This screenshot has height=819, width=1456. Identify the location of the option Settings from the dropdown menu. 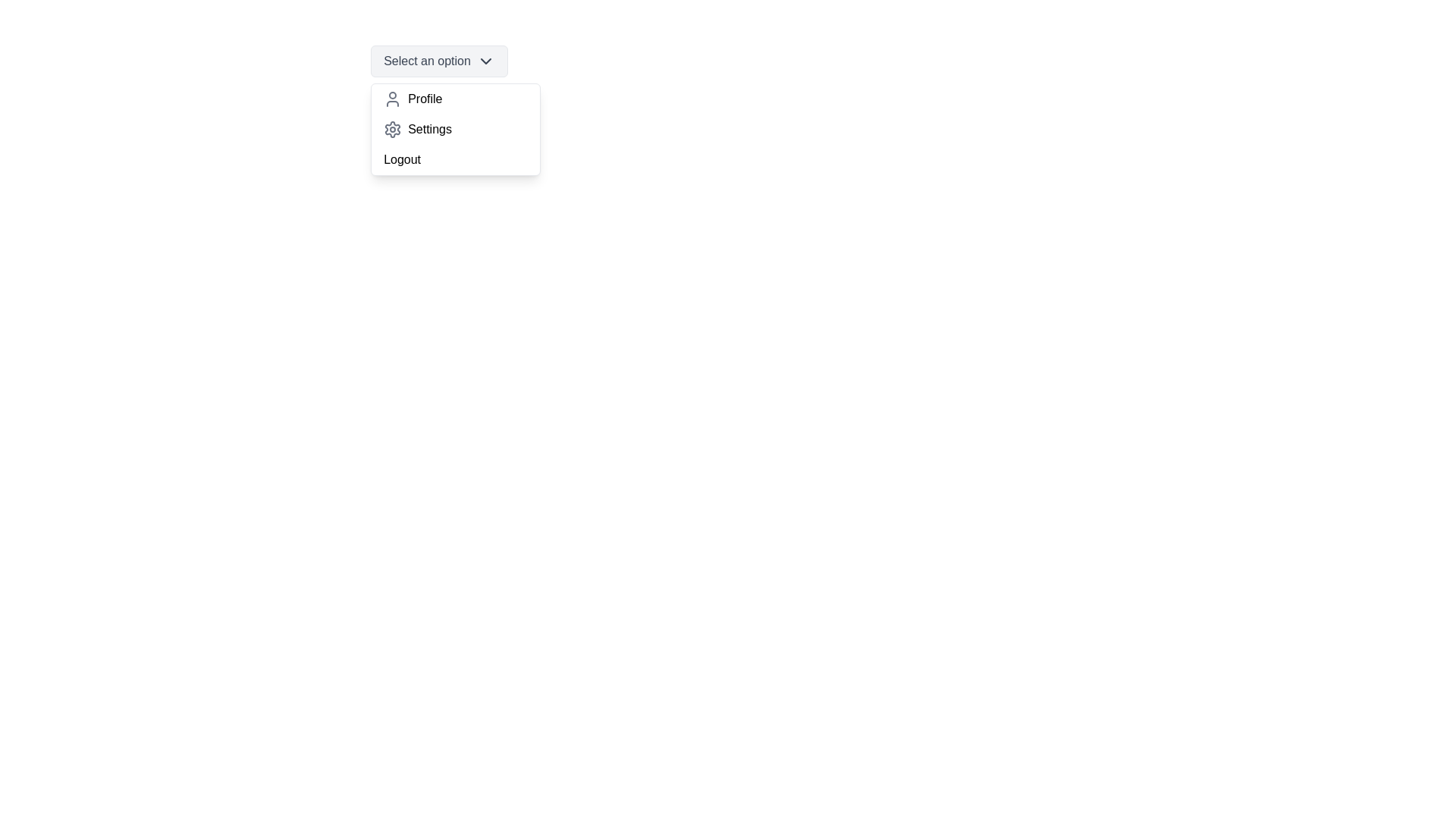
(455, 128).